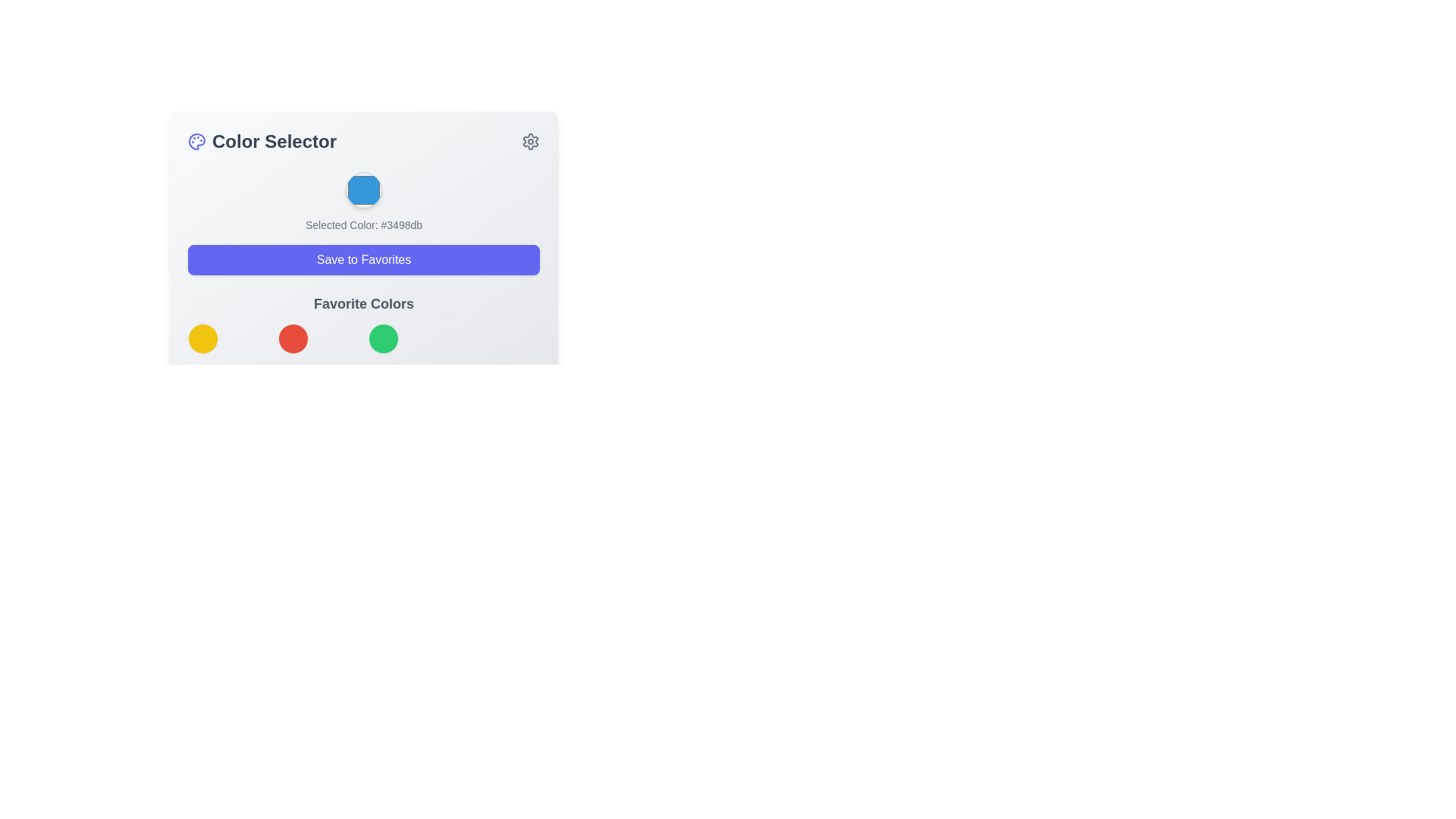 This screenshot has width=1456, height=819. I want to click on the third circular color option button in the 'Favorite Colors' section, so click(383, 338).